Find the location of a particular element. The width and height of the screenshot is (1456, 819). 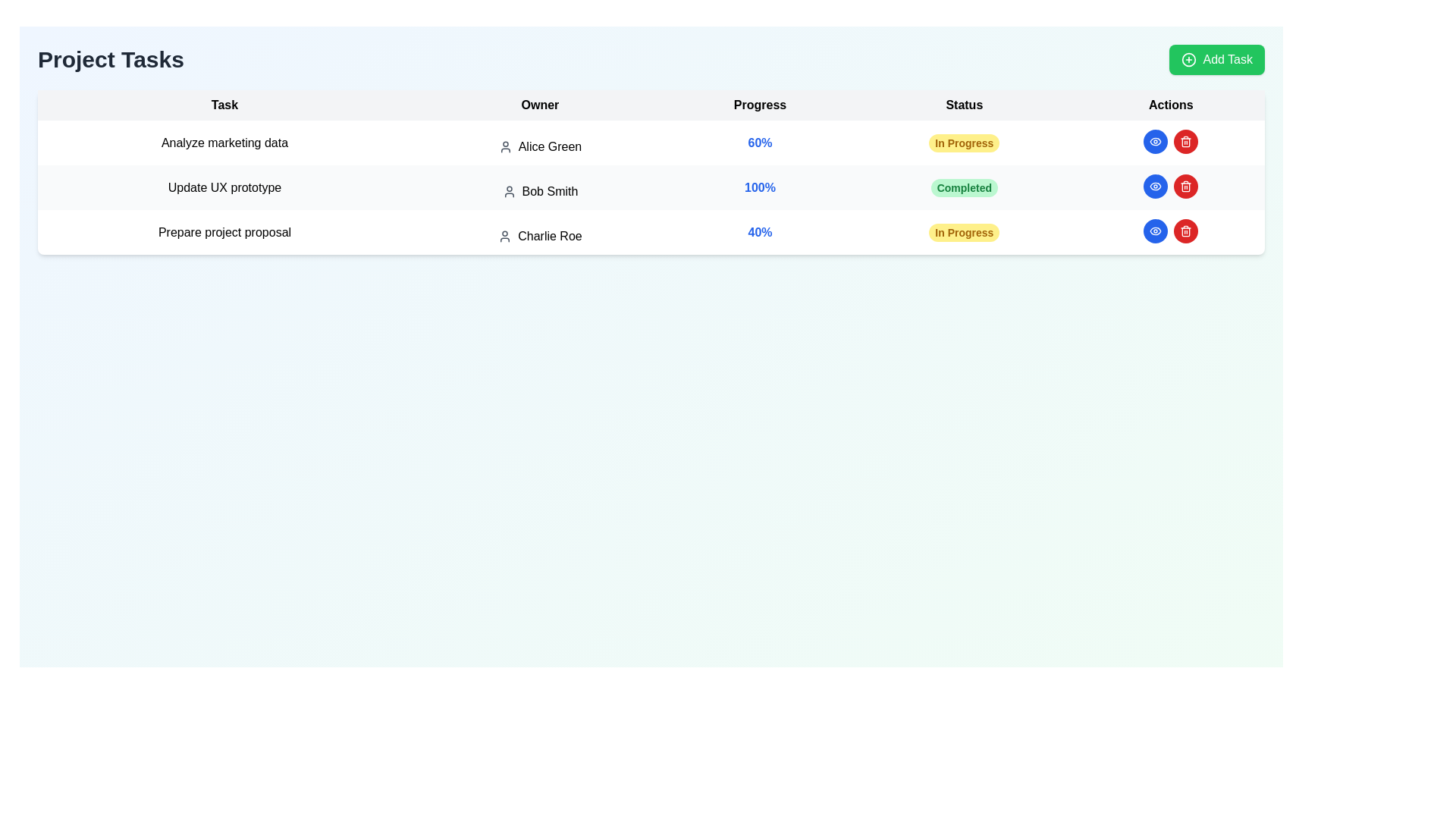

the text label displaying the title of a task, located in the first row under the header 'Task' in the task management table is located at coordinates (224, 143).